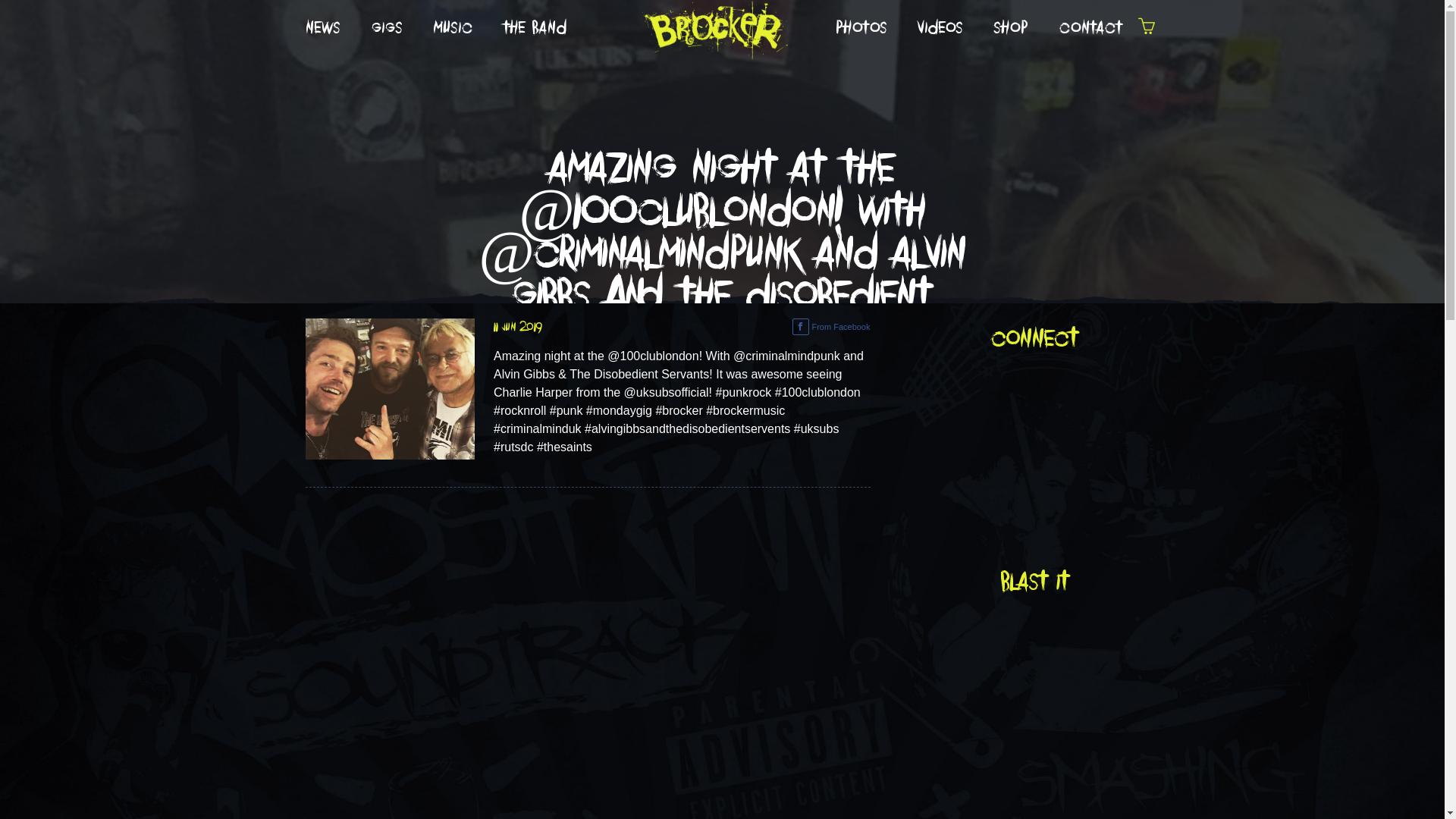 The height and width of the screenshot is (819, 1456). I want to click on 'music', so click(453, 28).